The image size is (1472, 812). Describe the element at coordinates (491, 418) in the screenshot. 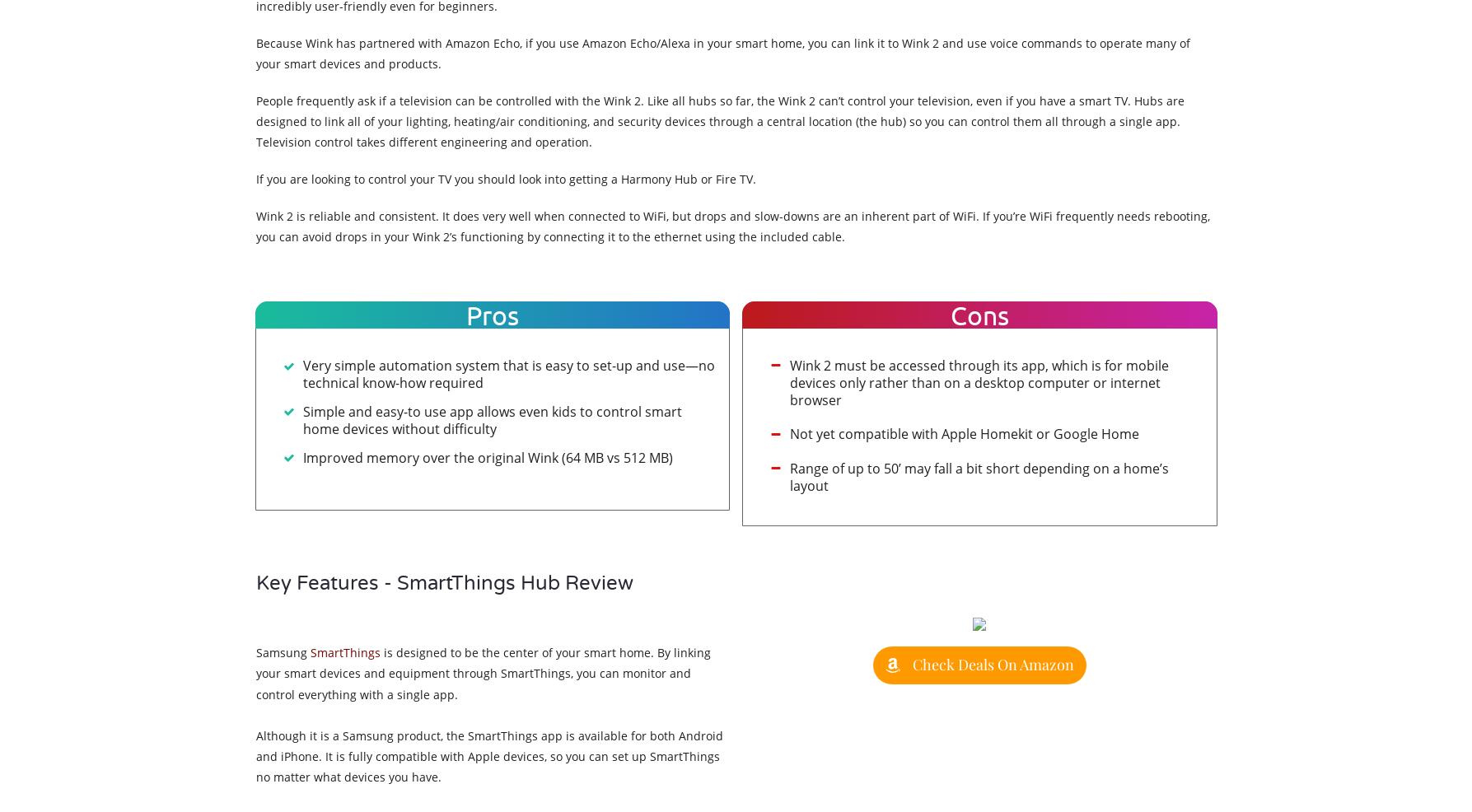

I see `'Simple and easy-to use app allows even kids to control smart home devices without difficulty'` at that location.